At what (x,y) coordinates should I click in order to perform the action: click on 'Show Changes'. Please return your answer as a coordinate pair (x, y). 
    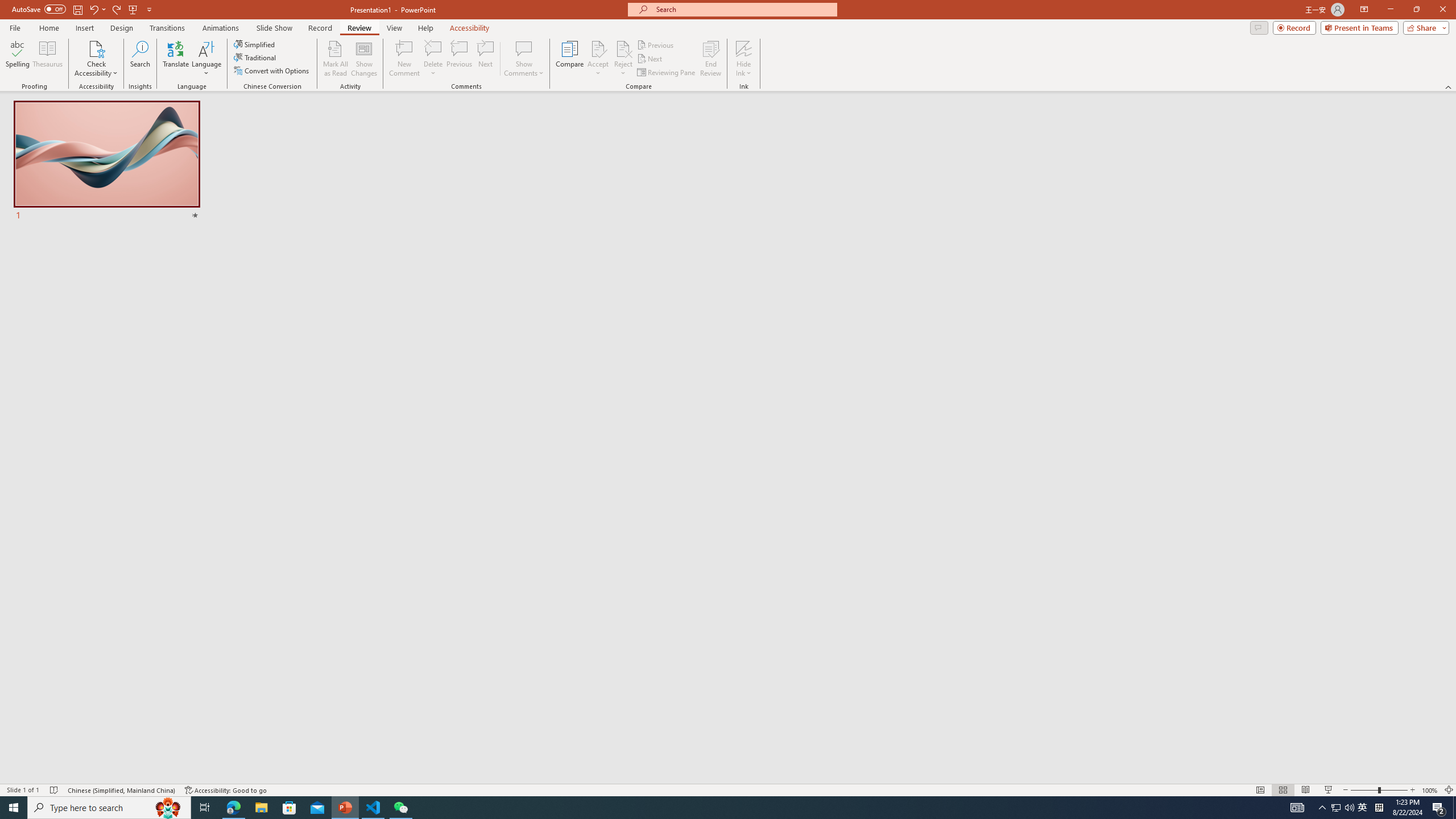
    Looking at the image, I should click on (364, 59).